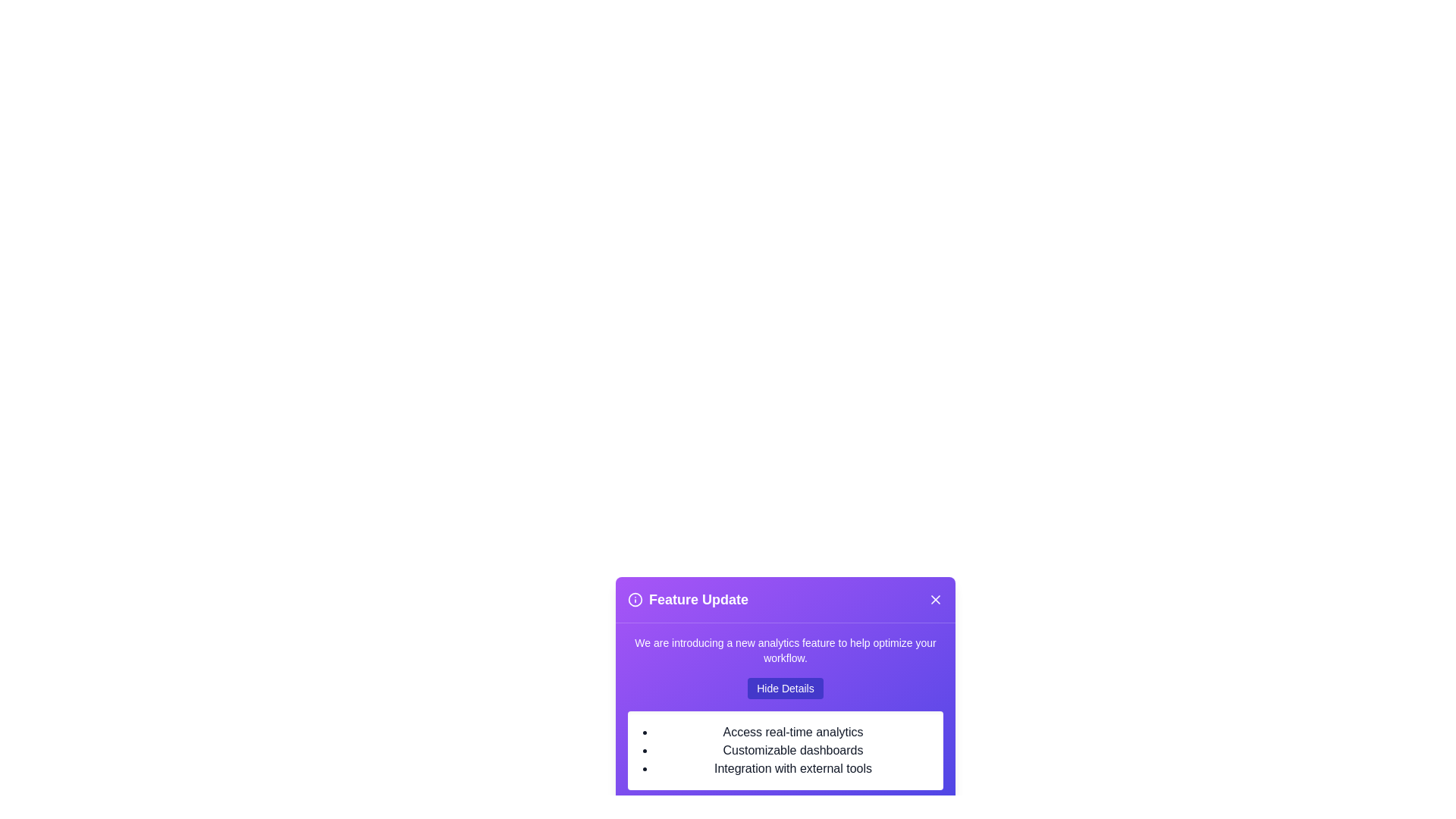 This screenshot has width=1456, height=819. I want to click on 'Hide Details' button to toggle the visibility of the details section, so click(786, 688).